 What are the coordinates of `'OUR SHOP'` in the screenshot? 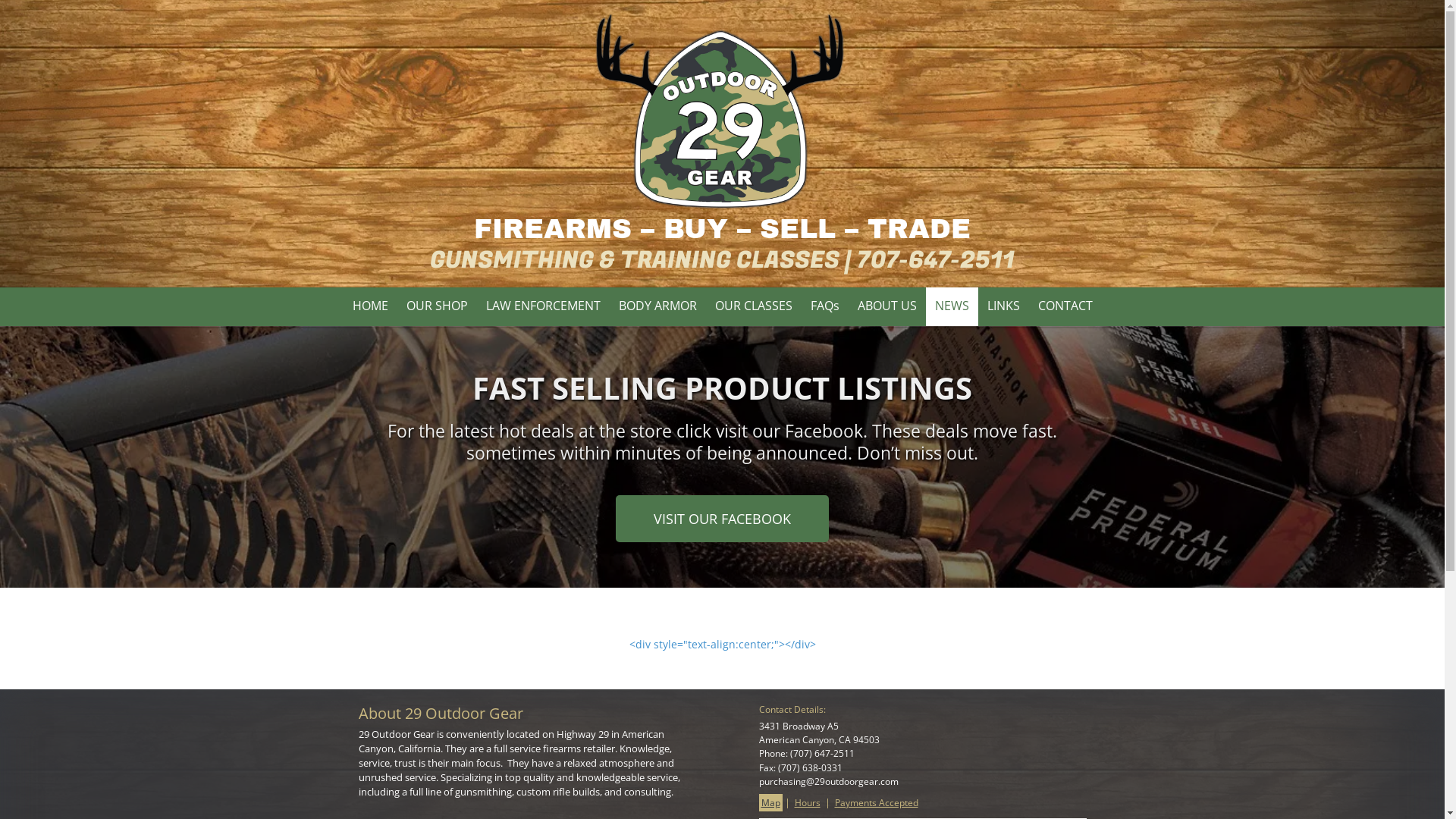 It's located at (436, 306).